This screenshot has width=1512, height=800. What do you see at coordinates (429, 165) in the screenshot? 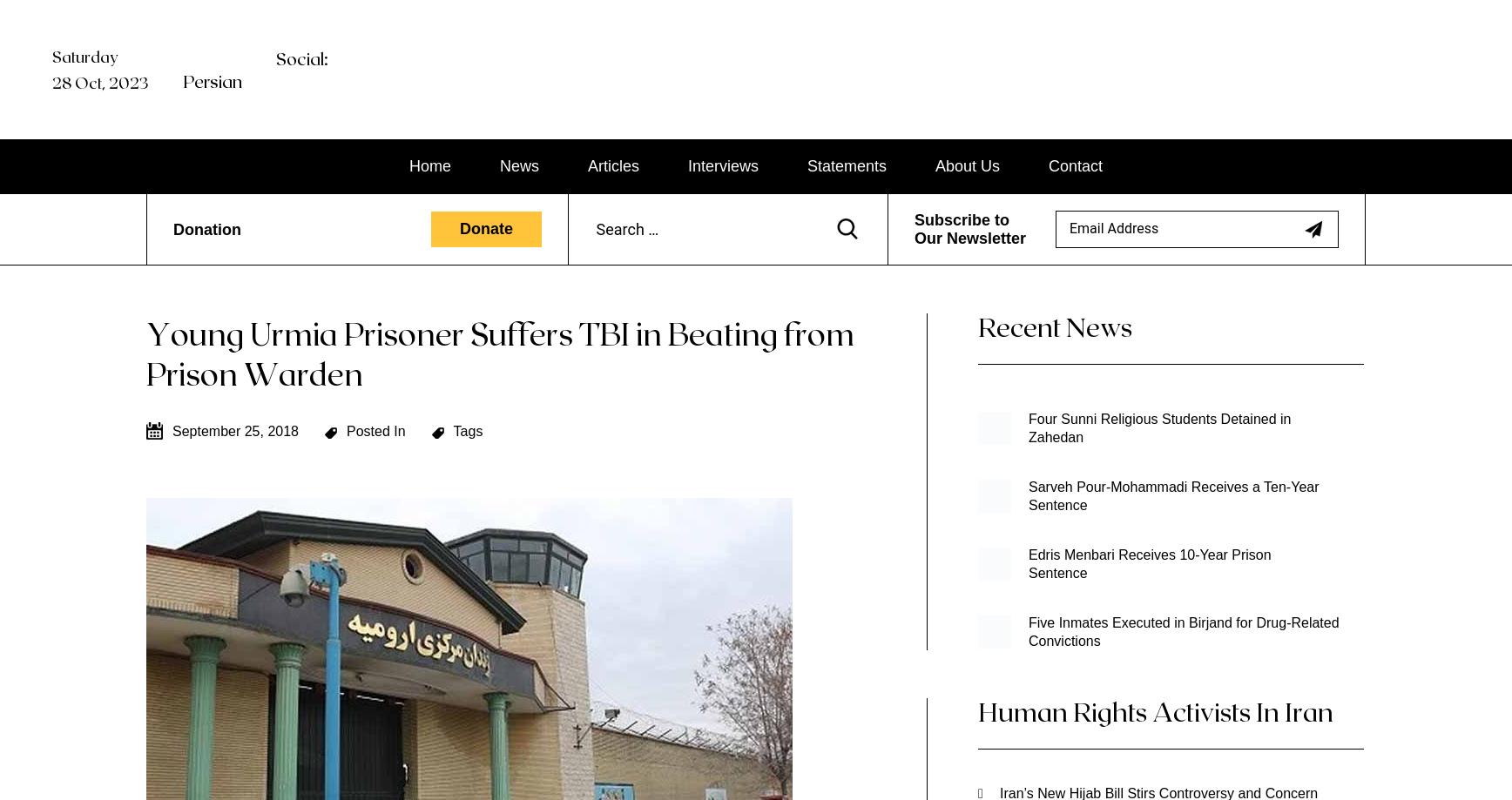
I see `'Home'` at bounding box center [429, 165].